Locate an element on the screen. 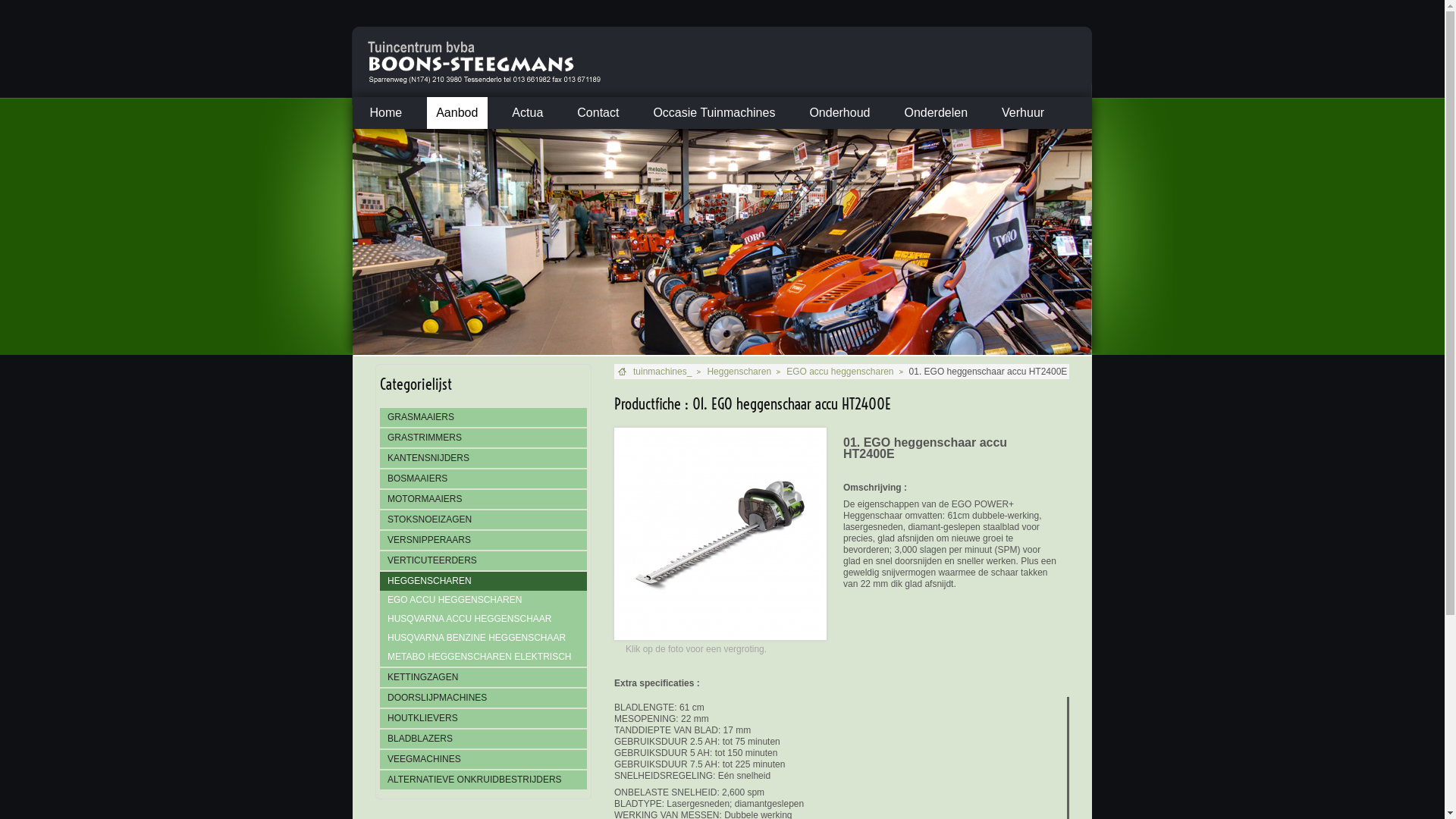  'Onderdelen' is located at coordinates (895, 112).